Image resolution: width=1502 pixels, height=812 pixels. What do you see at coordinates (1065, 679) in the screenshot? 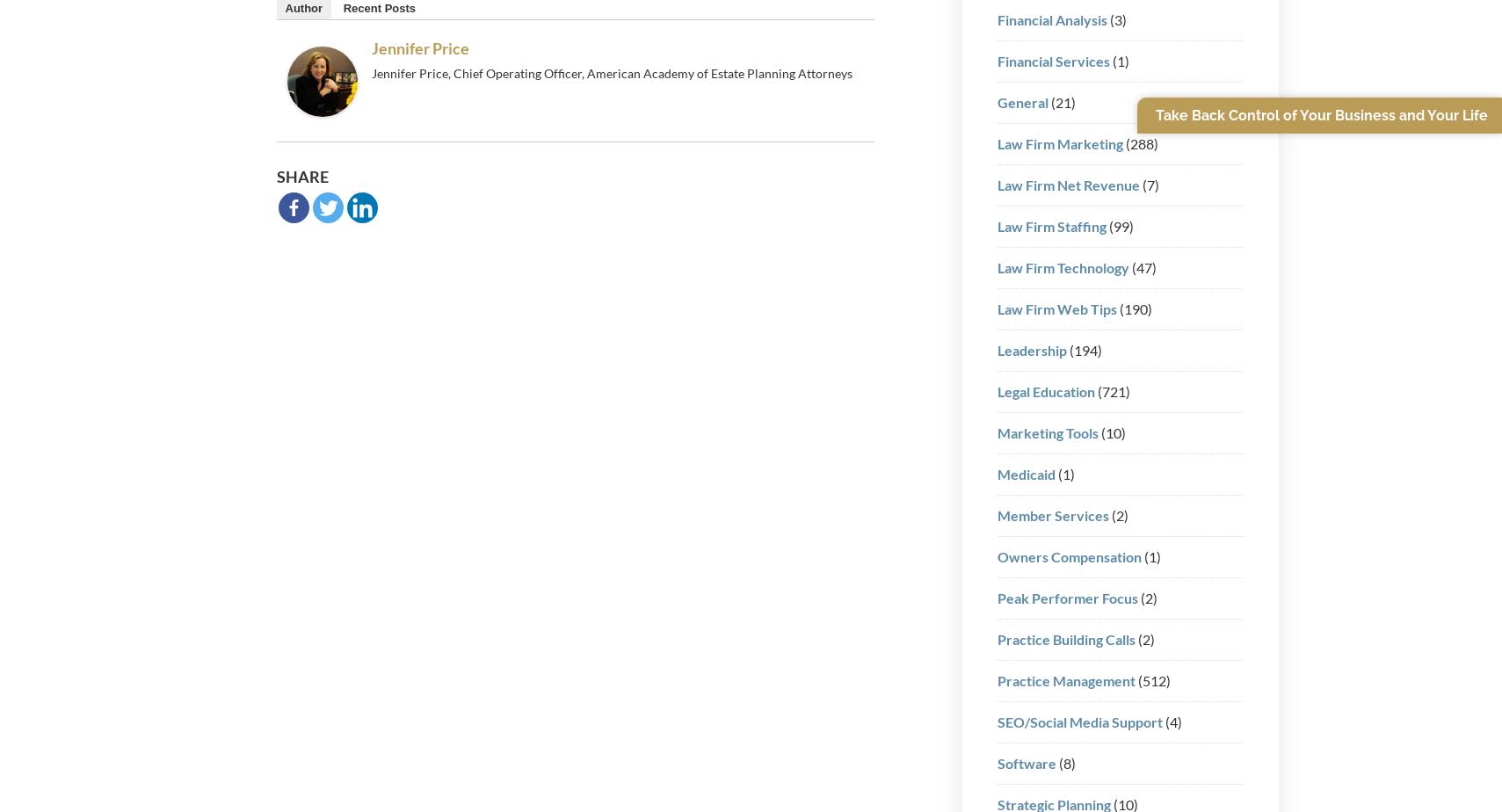
I see `'Practice Management'` at bounding box center [1065, 679].